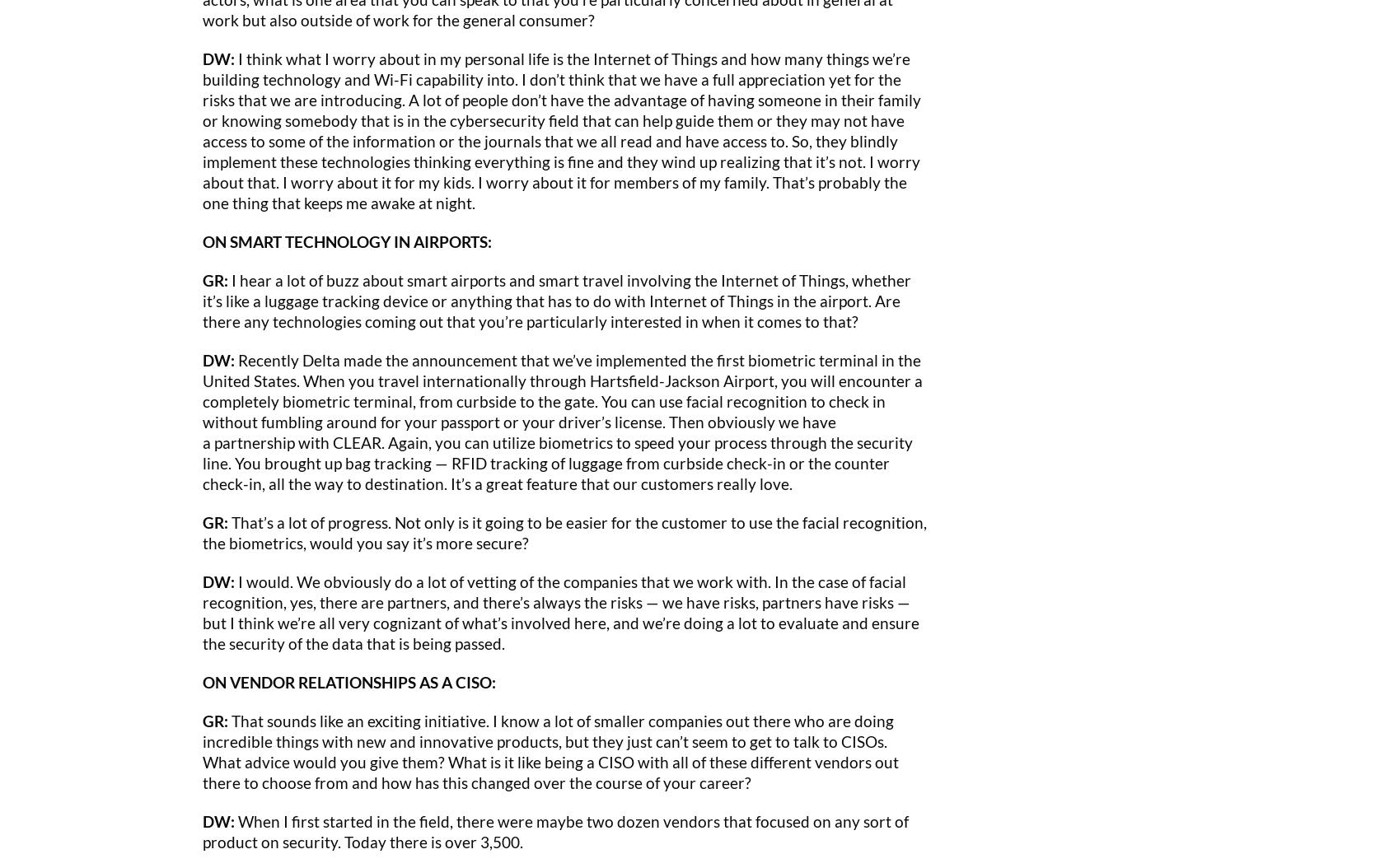 The width and height of the screenshot is (1394, 868). What do you see at coordinates (563, 420) in the screenshot?
I see `'Recently Delta made the announcement that we’ve implemented the first biometric terminal in the United States. When you travel internationally through Hartsfield-Jackson Airport, you will encounter a completely biometric terminal, from curbside to the gate. You can use facial recognition to check in without fumbling around for your passport or your driver’s license. Then obviously we have a partnership with CLEAR. Again, you can utilize biometrics to speed your process through the security line. You brought up bag tracking — RFID tracking of luggage from curbside check-in or the counter check-in, all the way to destination. It’s a great feature that our customers really love.'` at bounding box center [563, 420].